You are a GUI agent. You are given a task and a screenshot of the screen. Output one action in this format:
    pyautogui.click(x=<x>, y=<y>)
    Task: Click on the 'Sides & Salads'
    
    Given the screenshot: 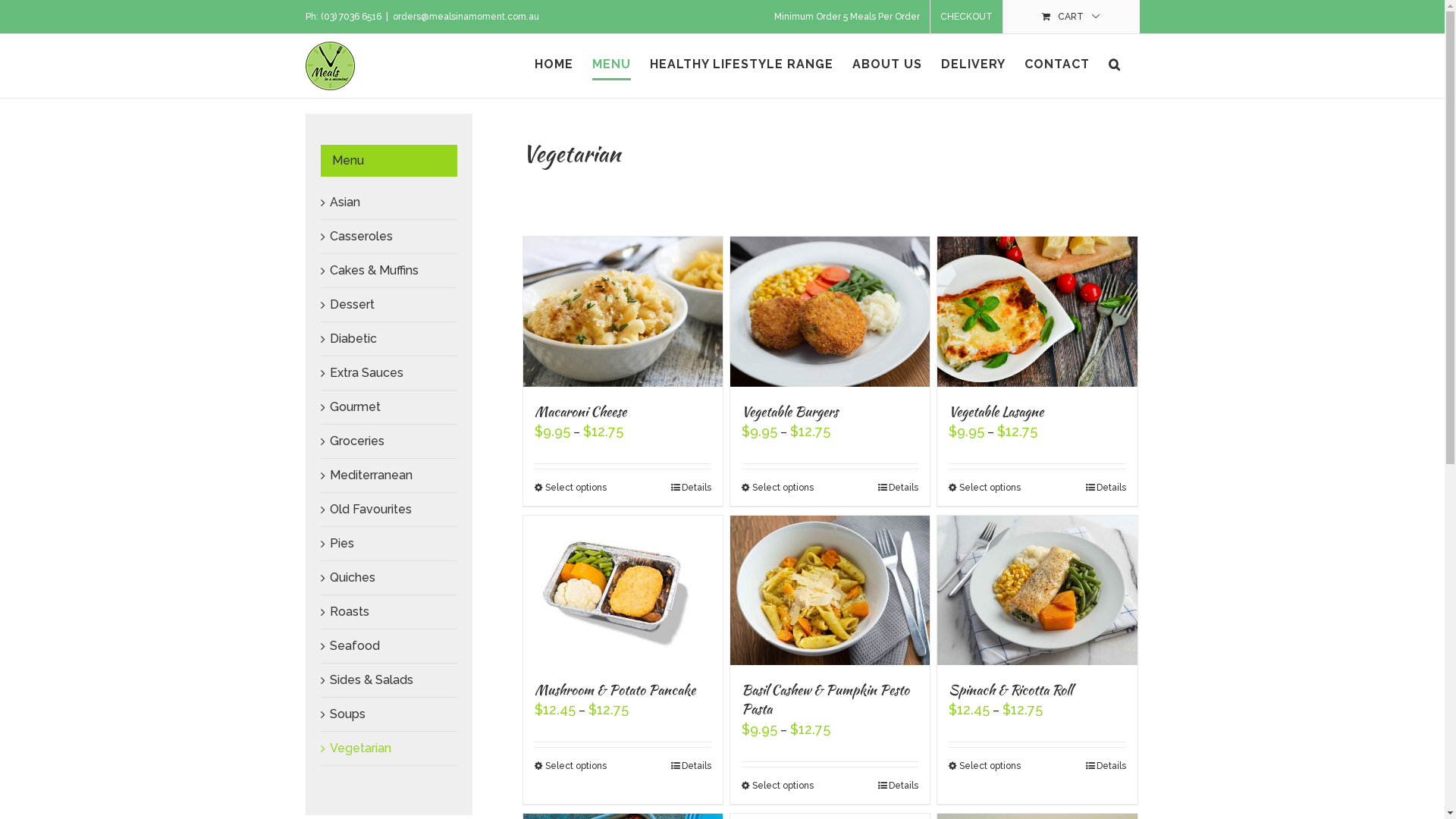 What is the action you would take?
    pyautogui.click(x=328, y=679)
    